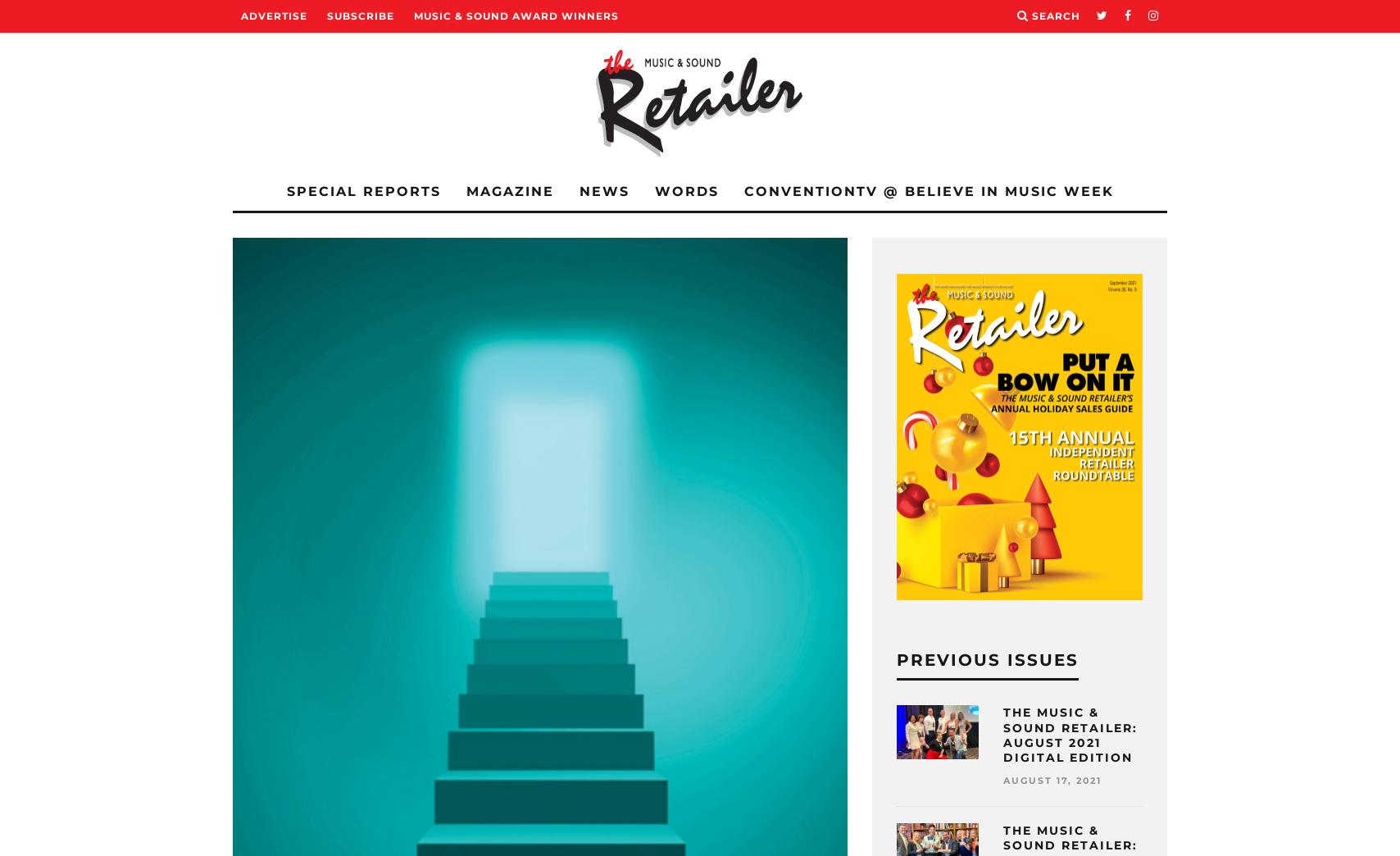 The height and width of the screenshot is (856, 1400). What do you see at coordinates (330, 405) in the screenshot?
I see `'Under The Hood'` at bounding box center [330, 405].